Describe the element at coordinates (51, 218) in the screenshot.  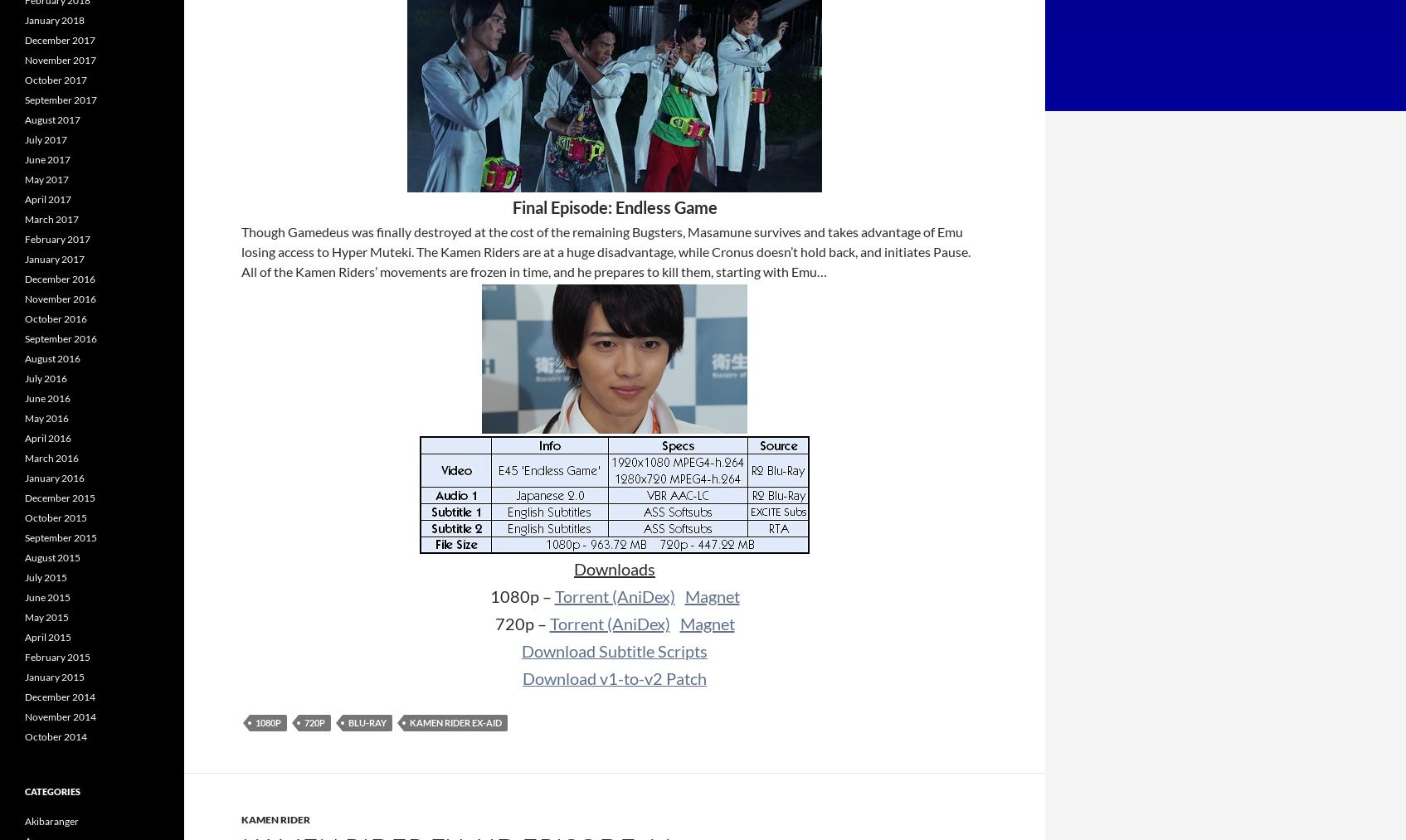
I see `'March 2017'` at that location.